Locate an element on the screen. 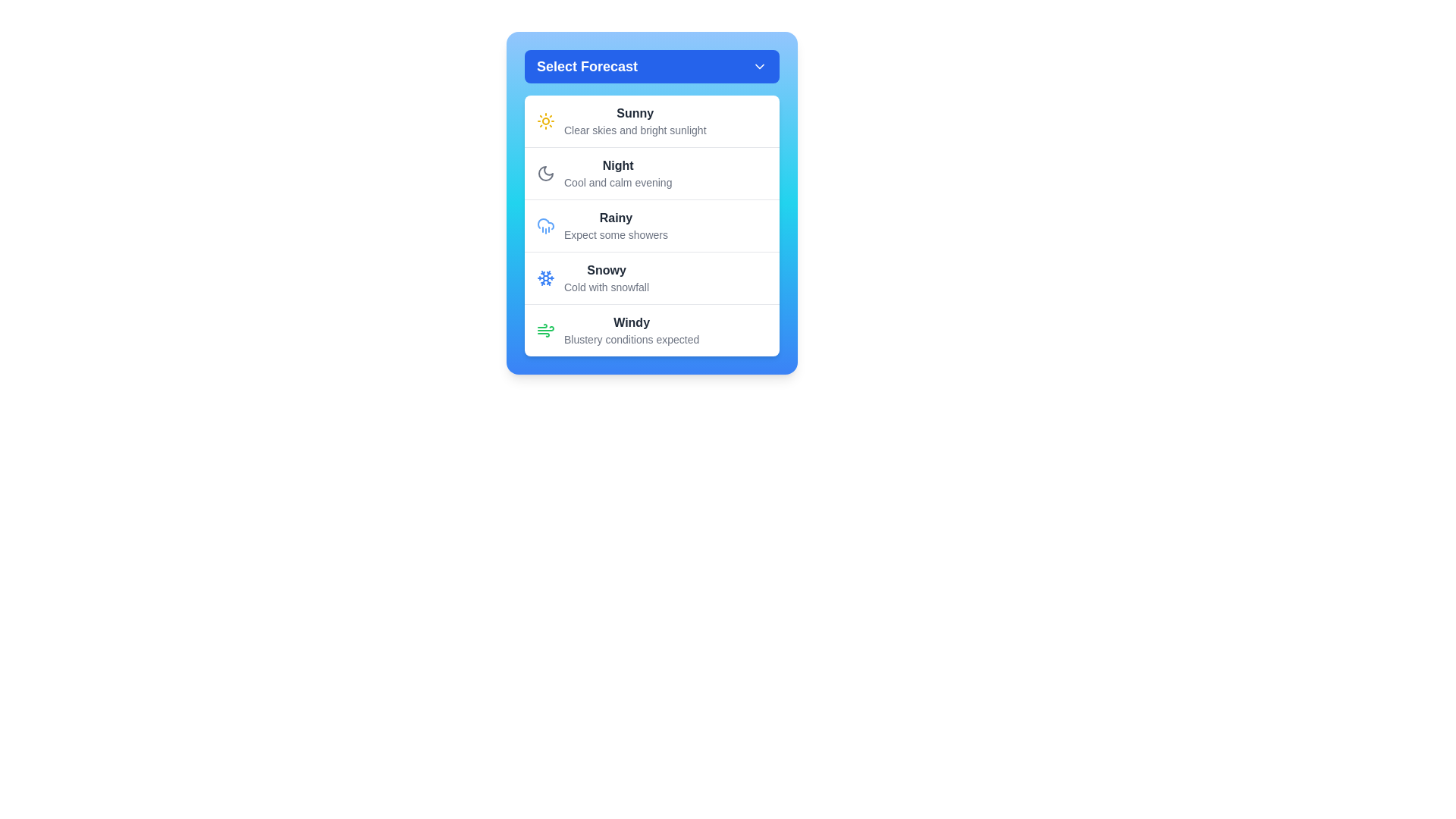  the third item in the dropdown menu under 'Select Forecast', which represents a weather condition is located at coordinates (651, 225).